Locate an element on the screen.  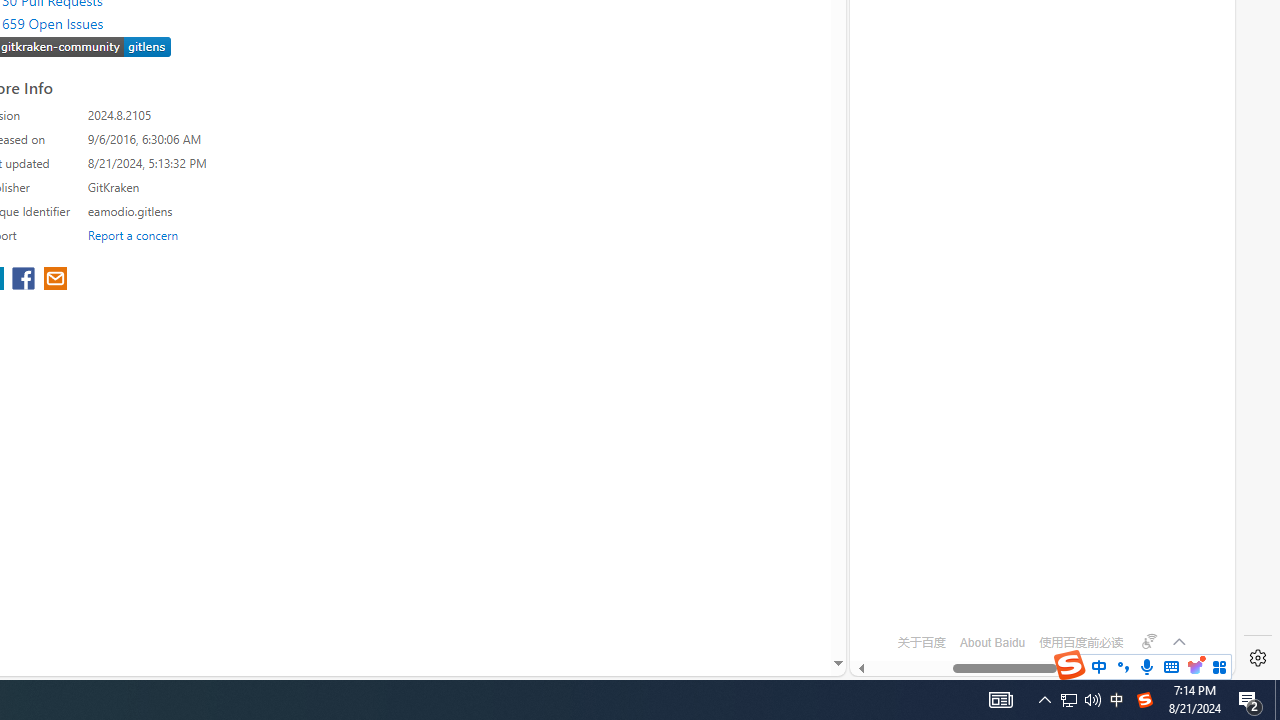
'share extension on email' is located at coordinates (55, 280).